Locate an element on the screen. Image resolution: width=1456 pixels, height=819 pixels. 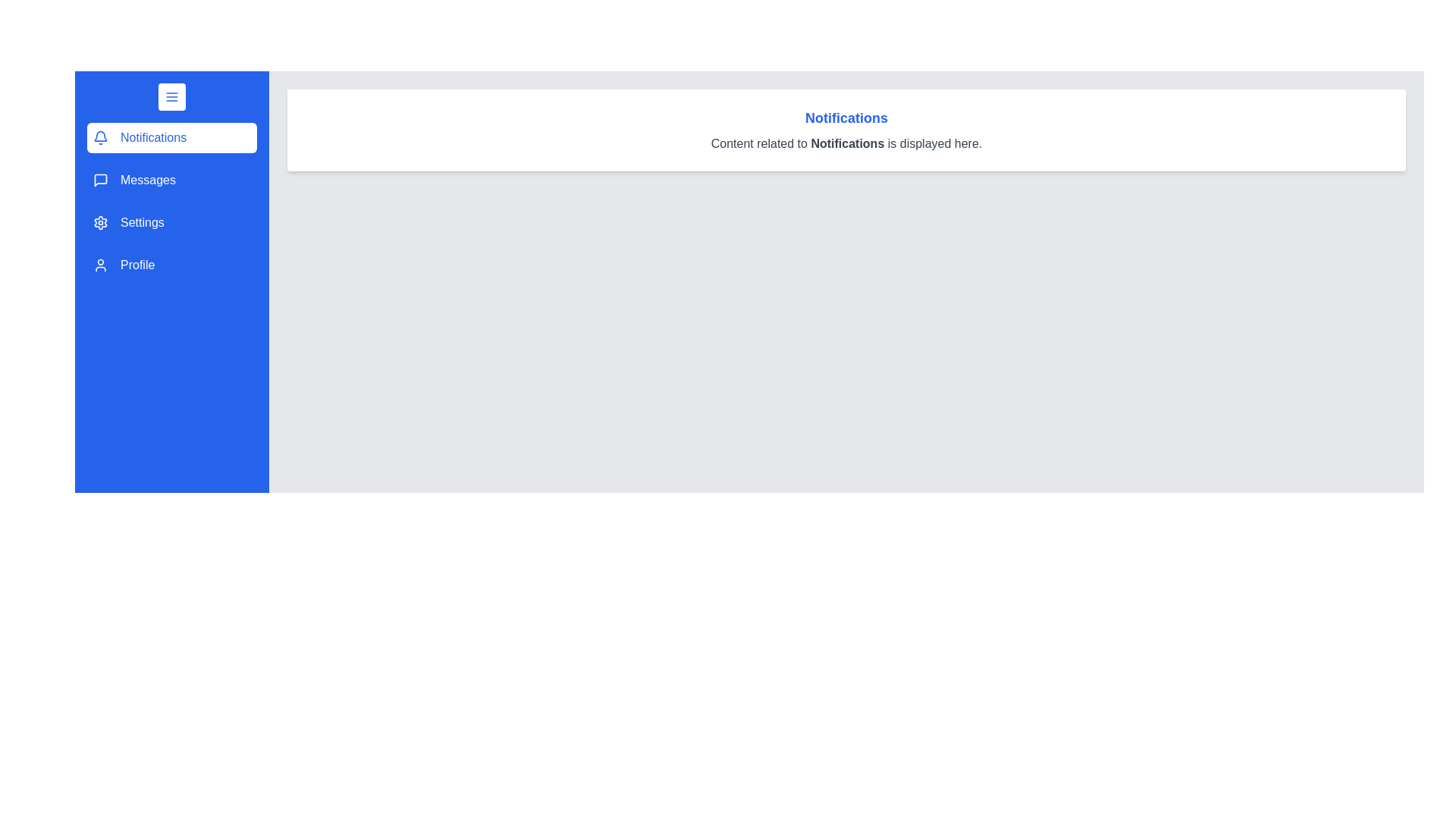
the menu item labeled Messages is located at coordinates (171, 180).